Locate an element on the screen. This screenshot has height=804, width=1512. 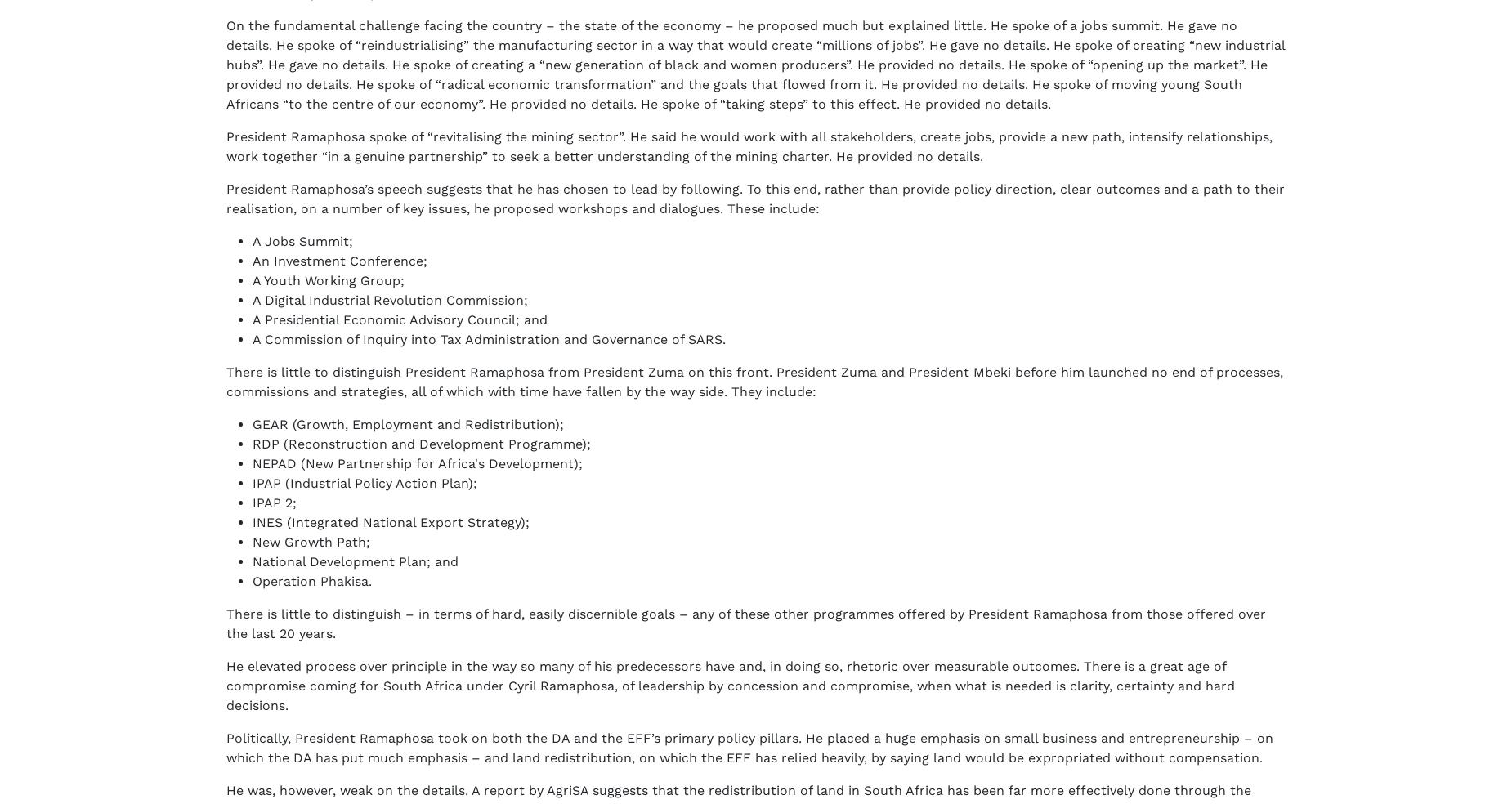
'If you believe that our country can overcome its challenges with the right policies and decisions, we’re on your side.' is located at coordinates (755, 519).